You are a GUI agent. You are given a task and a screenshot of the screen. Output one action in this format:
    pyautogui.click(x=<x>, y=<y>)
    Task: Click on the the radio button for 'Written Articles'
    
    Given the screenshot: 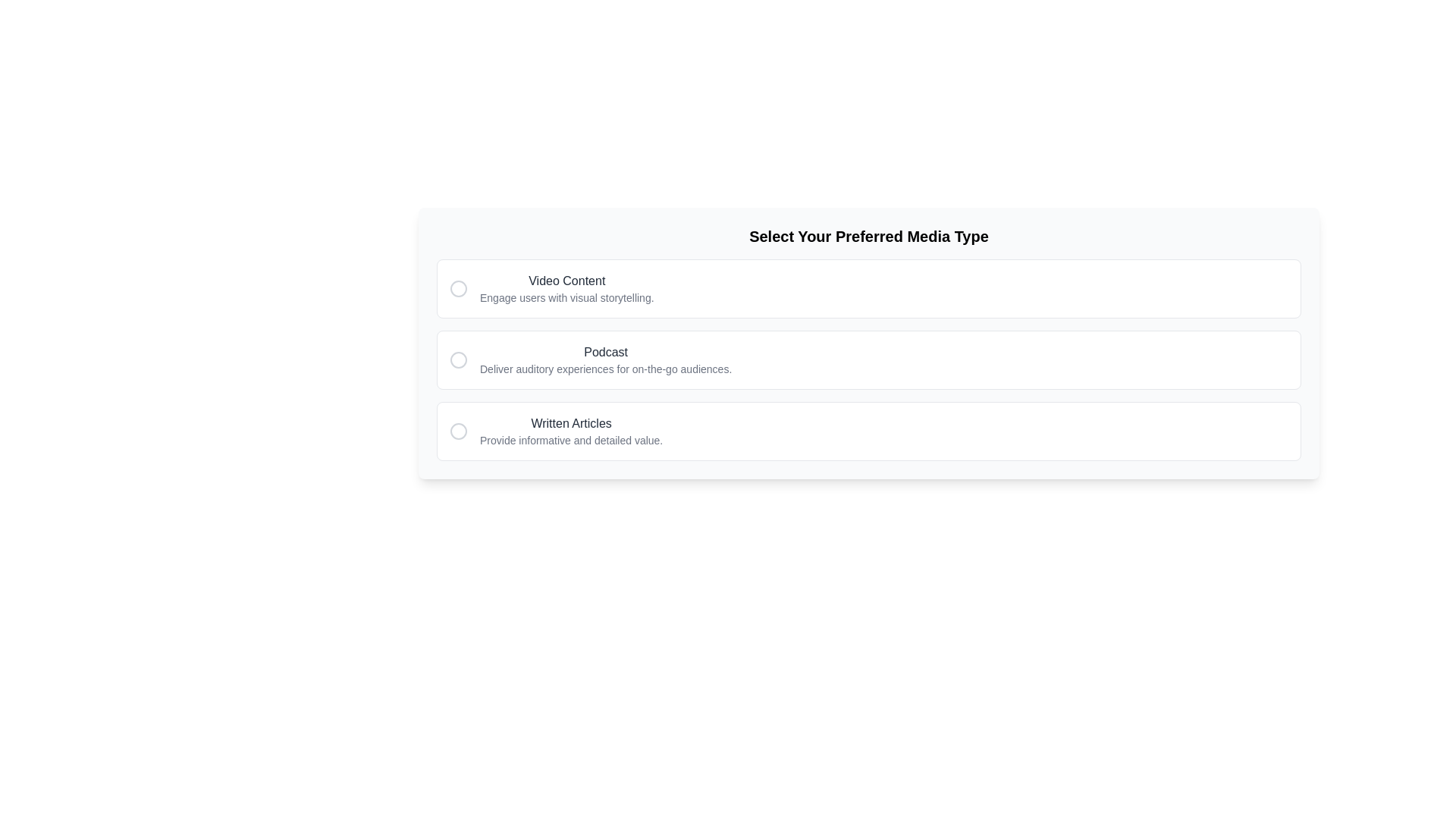 What is the action you would take?
    pyautogui.click(x=457, y=431)
    